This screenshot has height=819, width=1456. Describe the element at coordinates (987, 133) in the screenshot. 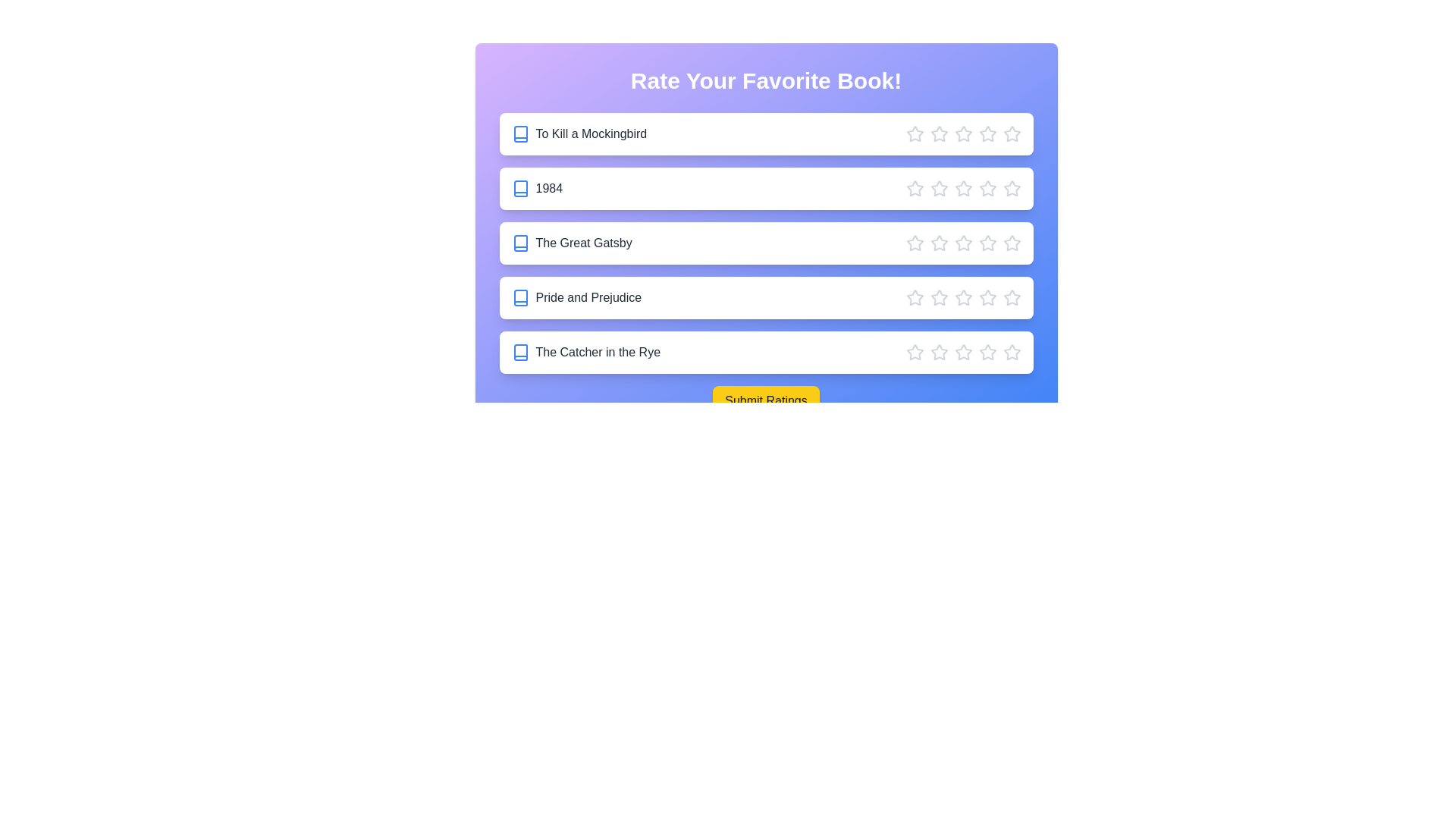

I see `the star corresponding to 4 stars for the book To Kill a Mockingbird` at that location.